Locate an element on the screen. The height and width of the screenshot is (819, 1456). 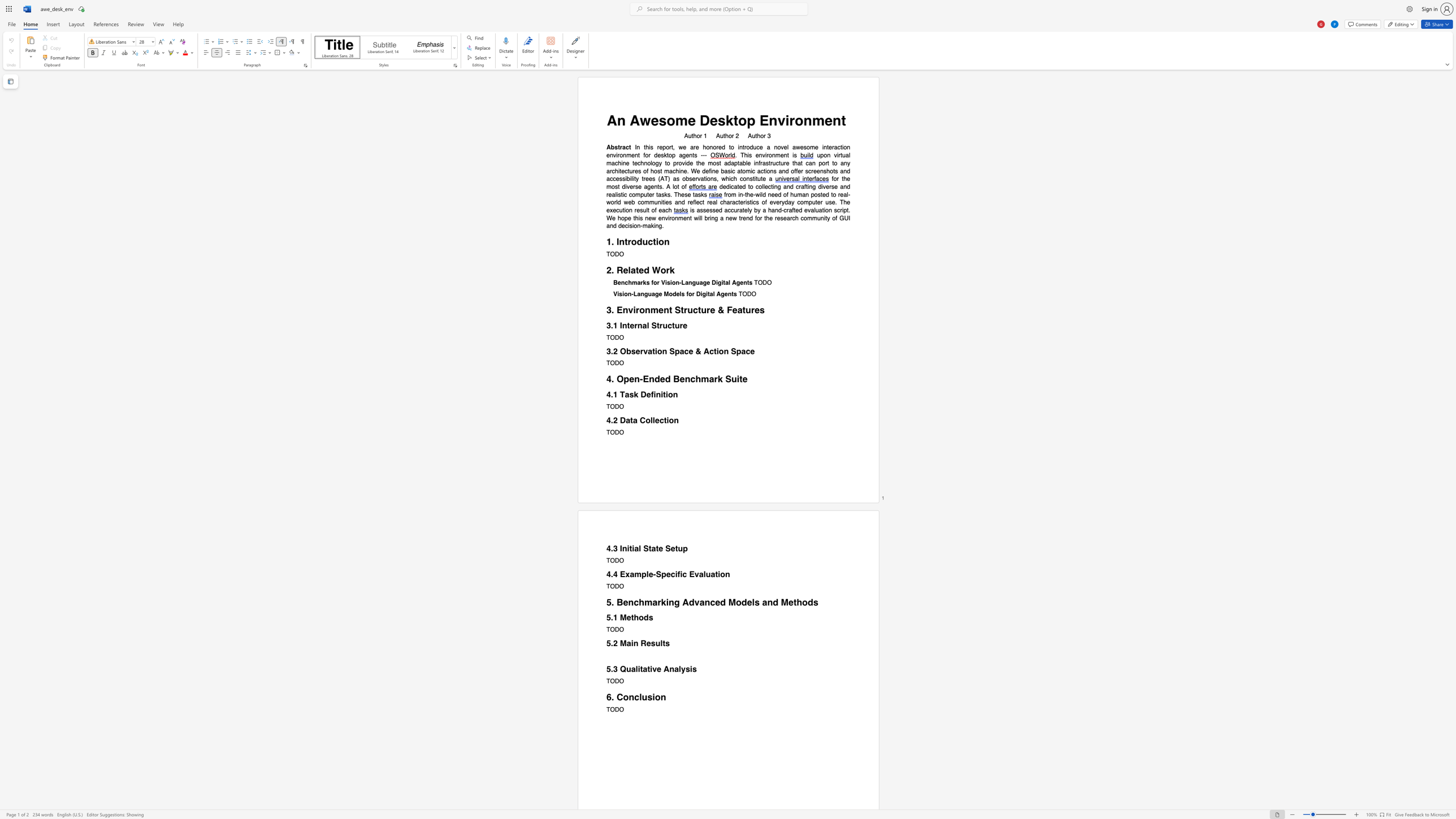
the subset text "ervation Space & Action Sp" within the text "3.2 Observation Space & Action Space" is located at coordinates (635, 351).